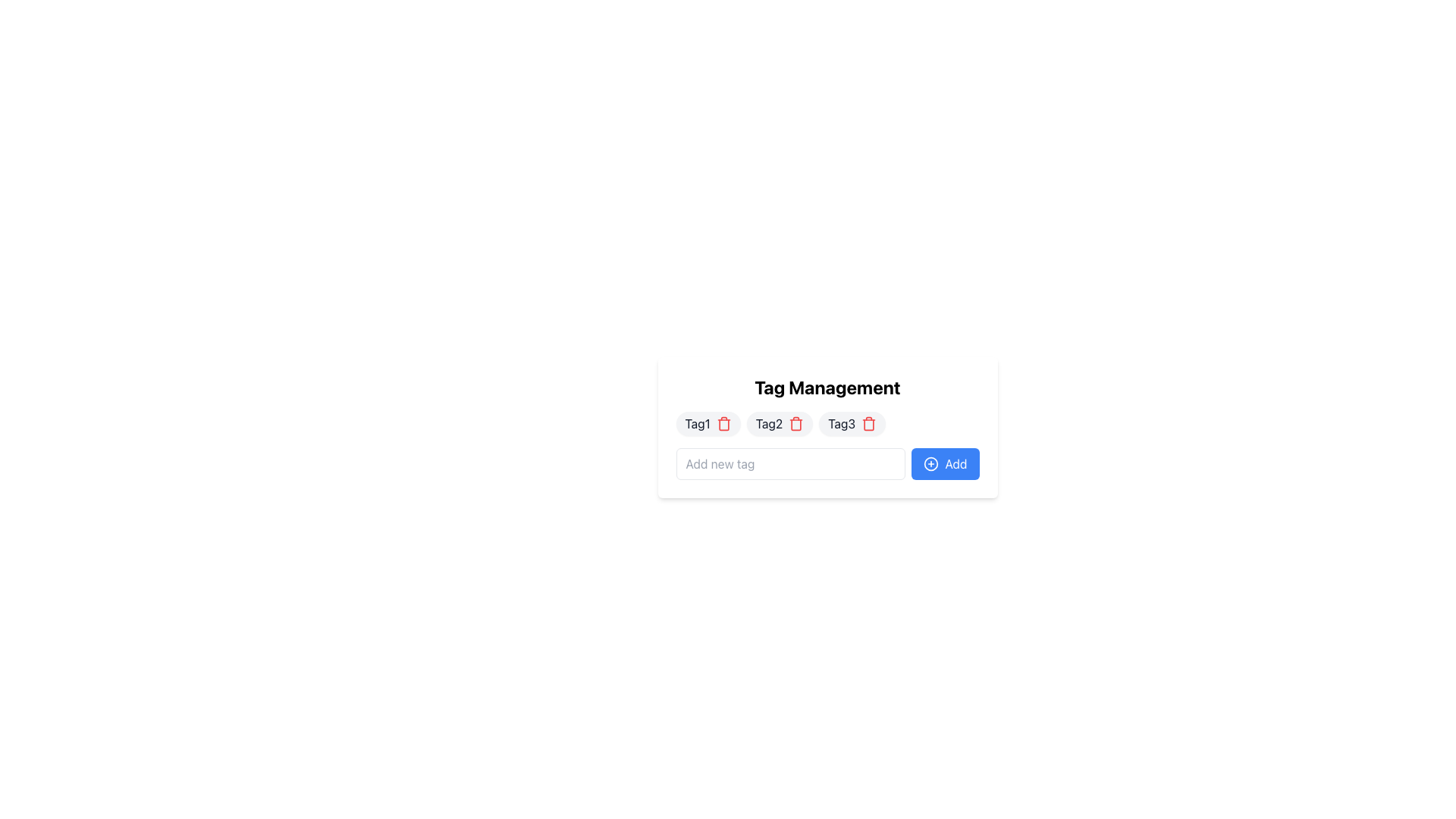  Describe the element at coordinates (869, 424) in the screenshot. I see `the delete button located at the far right of the tag labeled 'Tag3'` at that location.